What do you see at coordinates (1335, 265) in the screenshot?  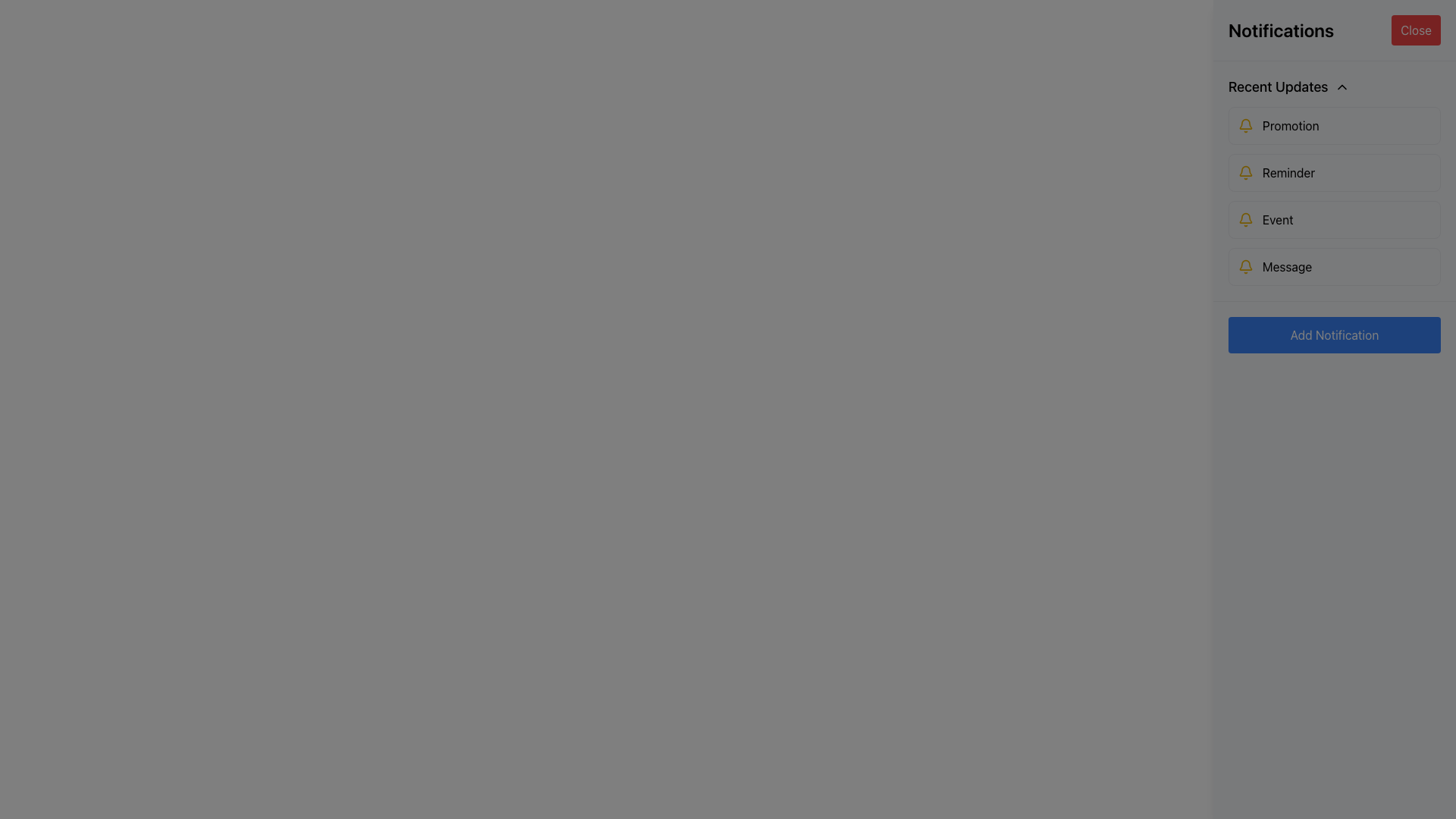 I see `the fourth notification item in the 'Recent Updates' section, which represents a 'Message' update` at bounding box center [1335, 265].